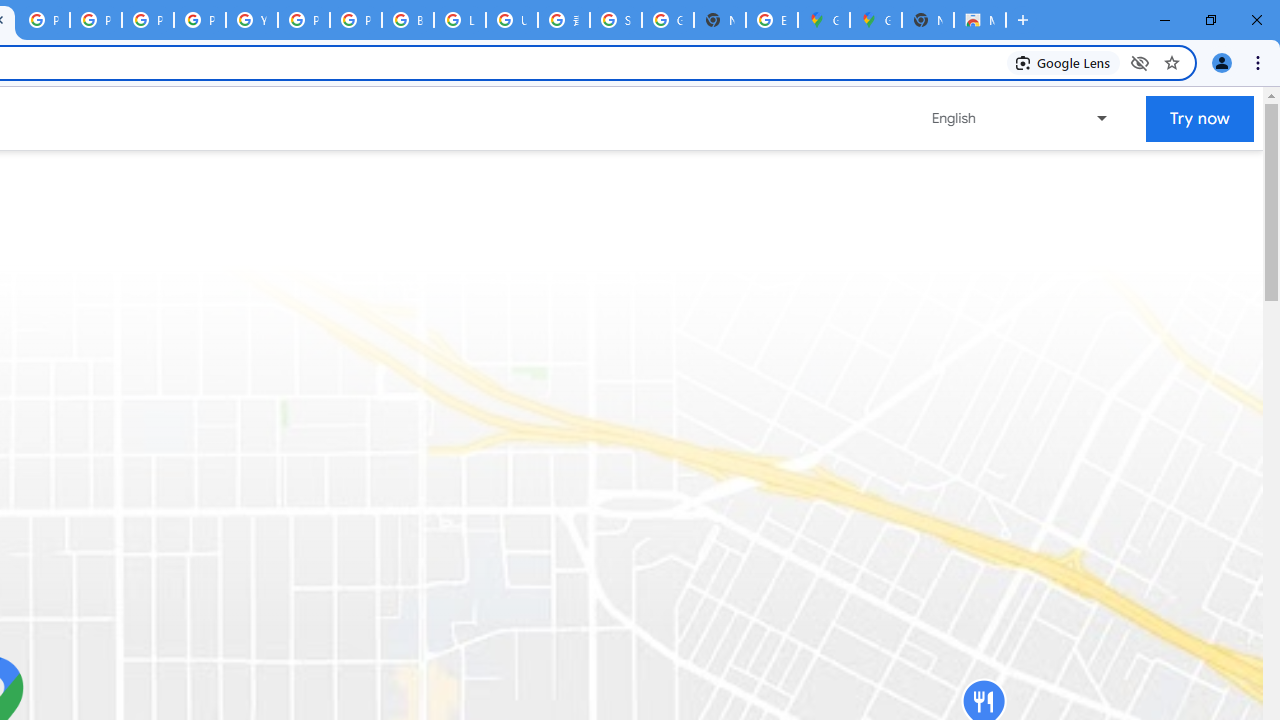 Image resolution: width=1280 pixels, height=720 pixels. I want to click on 'YouTube', so click(251, 20).